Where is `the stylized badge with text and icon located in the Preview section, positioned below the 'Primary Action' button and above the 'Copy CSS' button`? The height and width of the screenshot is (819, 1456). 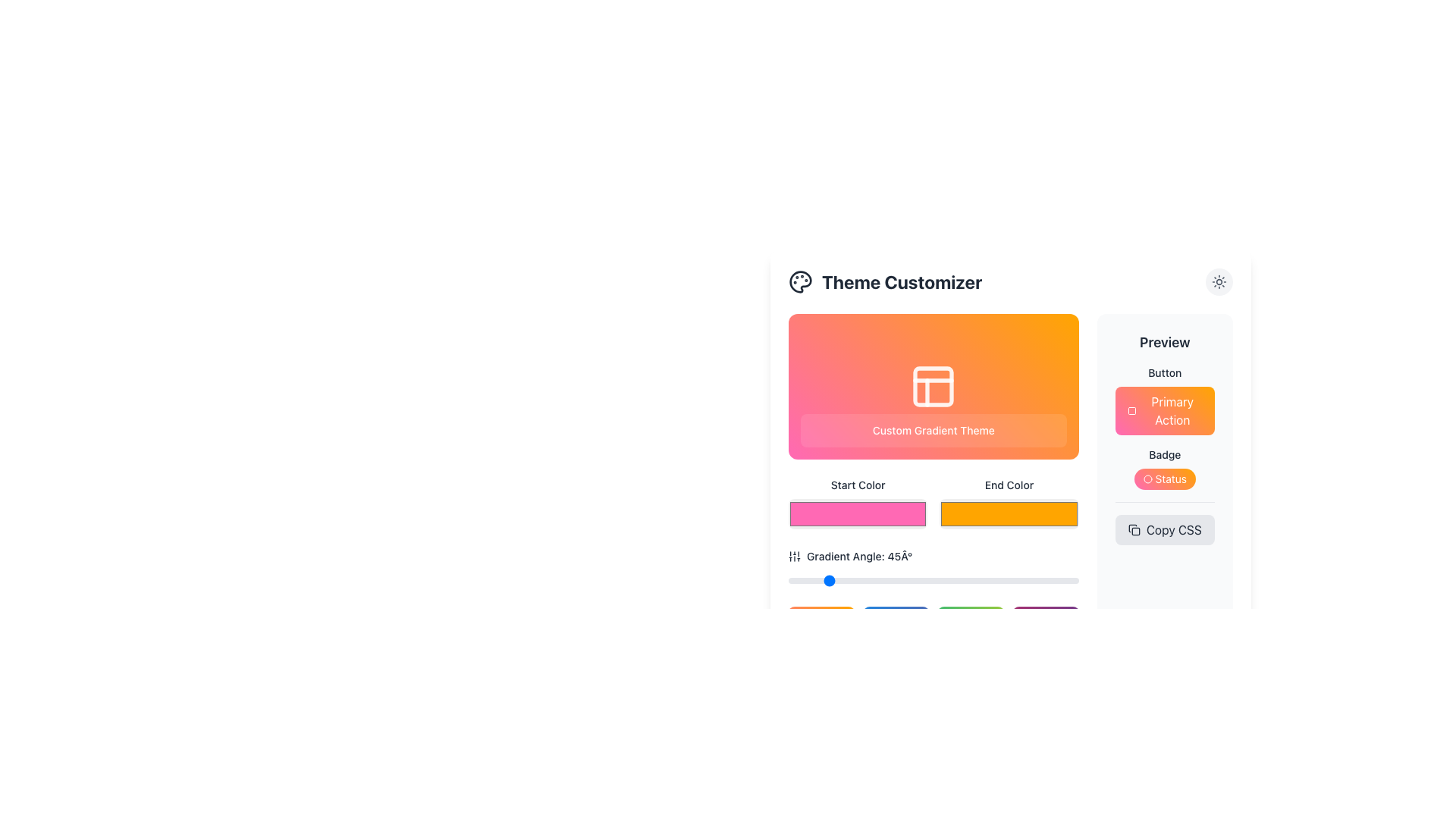
the stylized badge with text and icon located in the Preview section, positioned below the 'Primary Action' button and above the 'Copy CSS' button is located at coordinates (1164, 467).